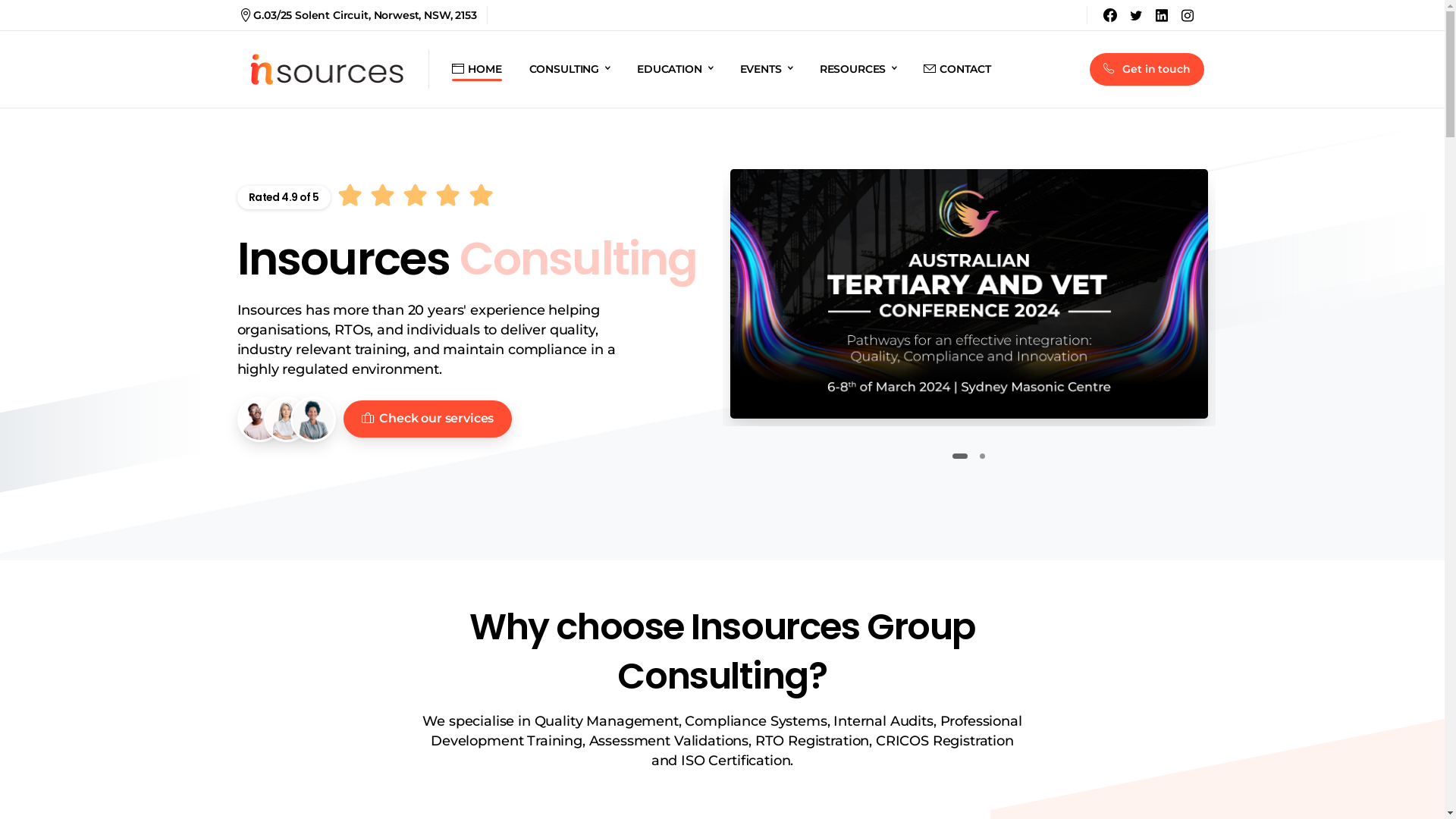  What do you see at coordinates (766, 69) in the screenshot?
I see `'EVENTS'` at bounding box center [766, 69].